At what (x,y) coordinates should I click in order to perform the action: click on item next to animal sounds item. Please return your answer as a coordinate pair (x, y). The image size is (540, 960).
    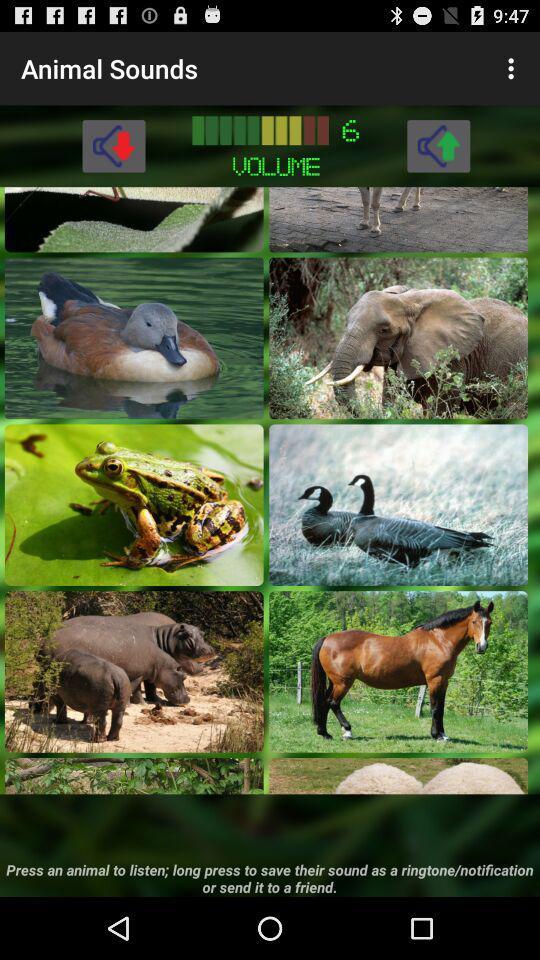
    Looking at the image, I should click on (513, 68).